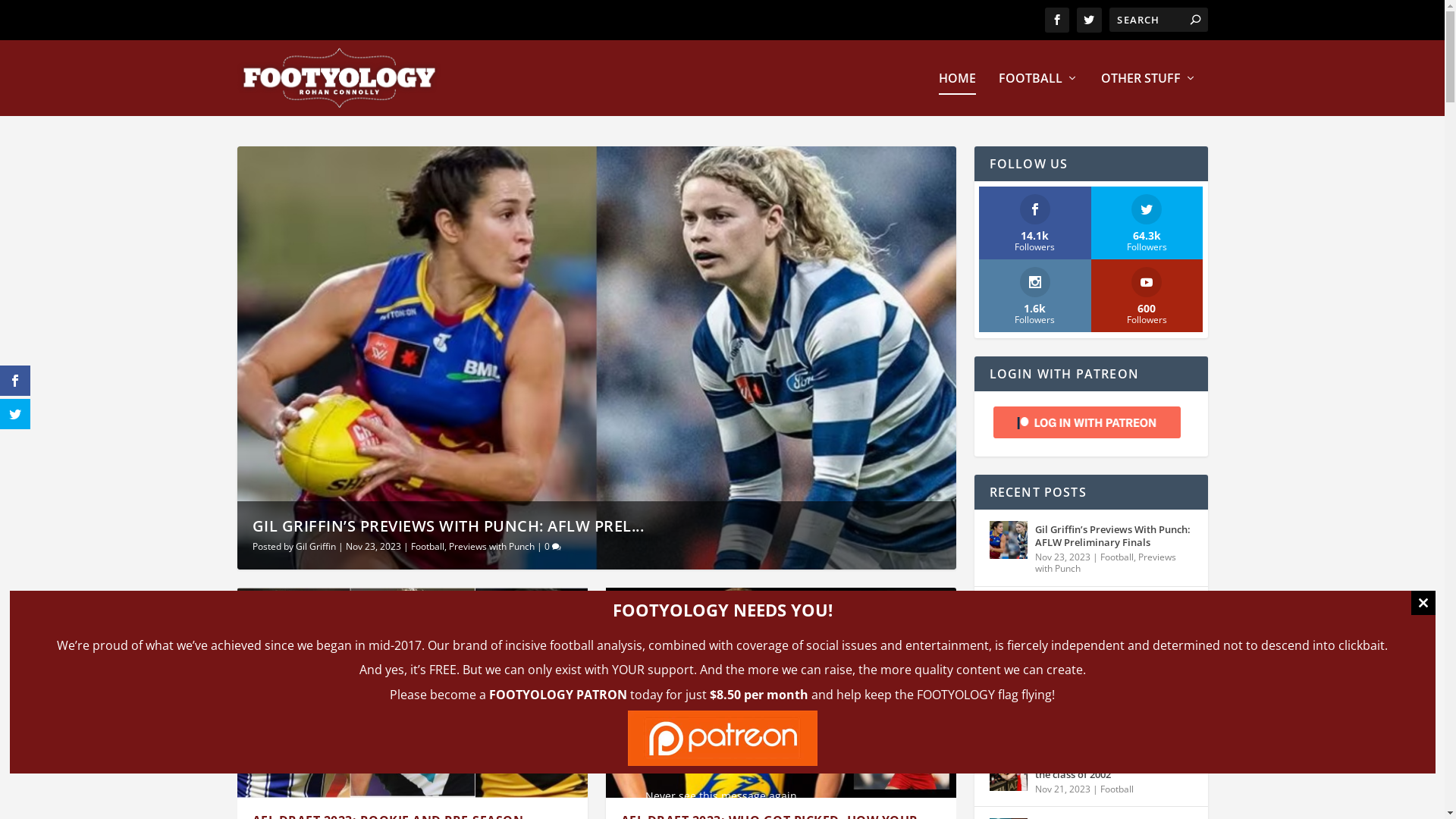 Image resolution: width=1456 pixels, height=819 pixels. I want to click on 'HOME', so click(956, 94).